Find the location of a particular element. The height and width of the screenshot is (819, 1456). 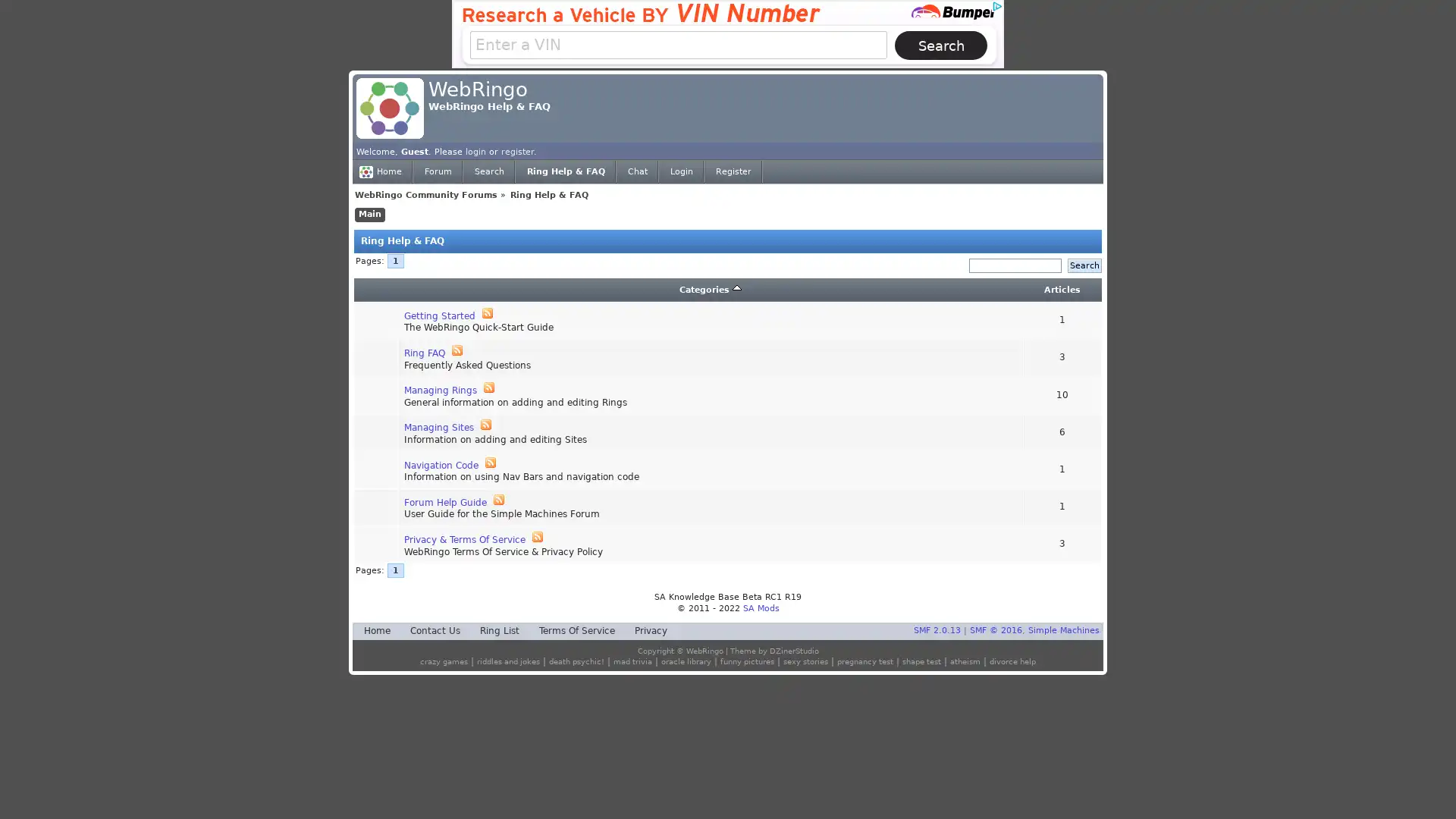

Search is located at coordinates (1084, 264).